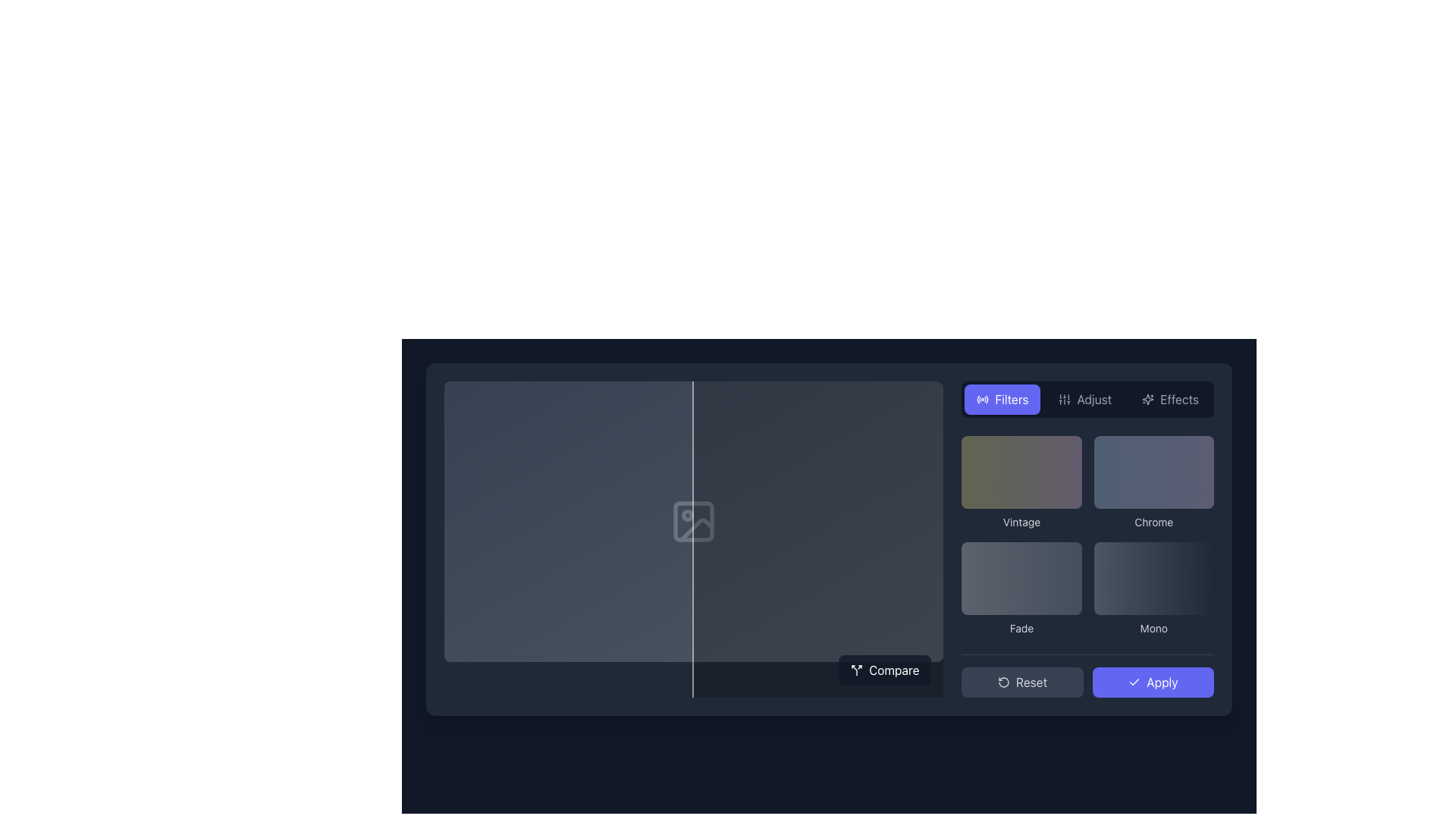 The image size is (1456, 819). I want to click on the central rectangular component of the image placeholder icon located at the bottom of the main content area, so click(693, 521).